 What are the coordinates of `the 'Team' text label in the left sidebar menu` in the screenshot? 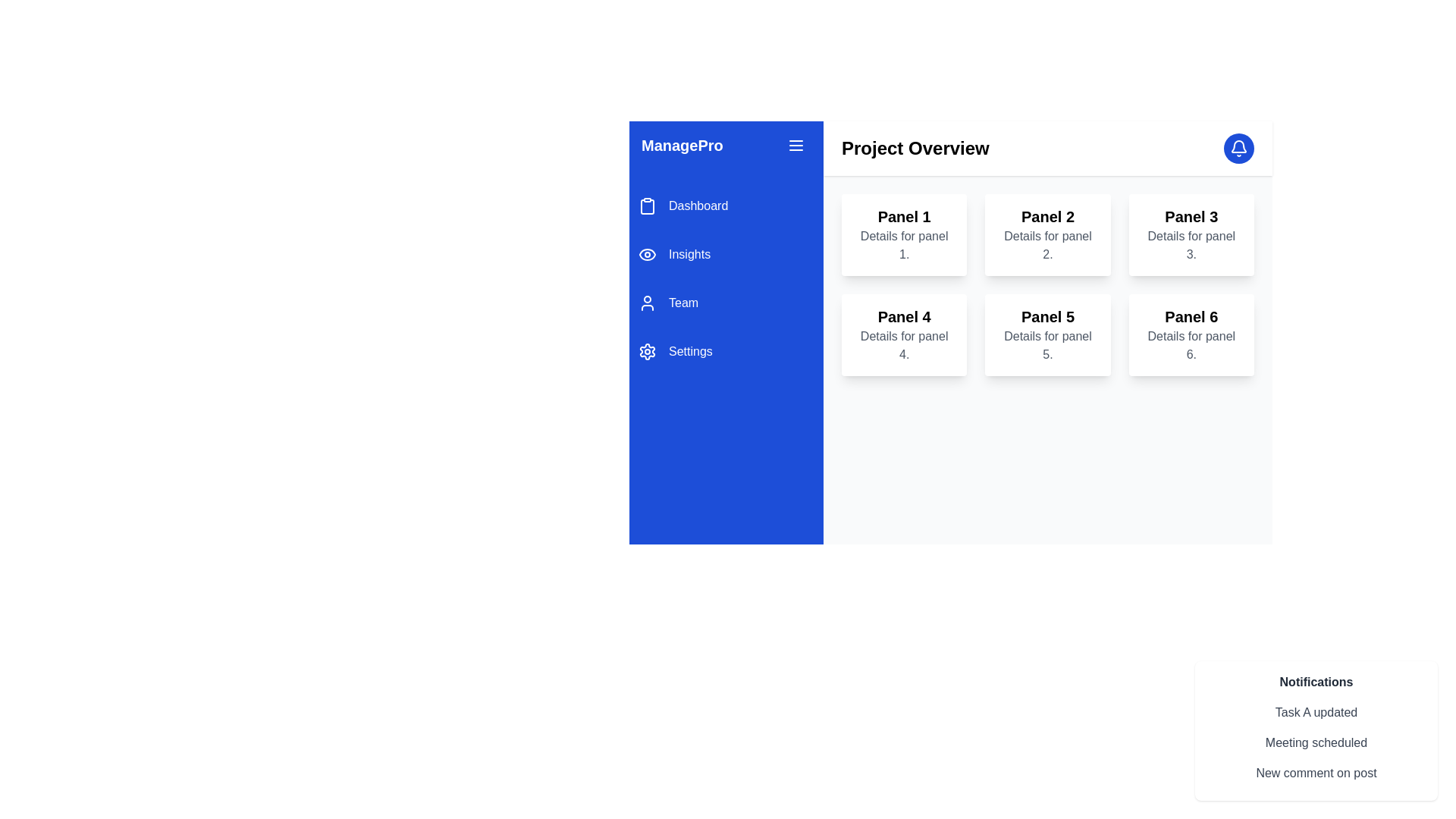 It's located at (682, 303).